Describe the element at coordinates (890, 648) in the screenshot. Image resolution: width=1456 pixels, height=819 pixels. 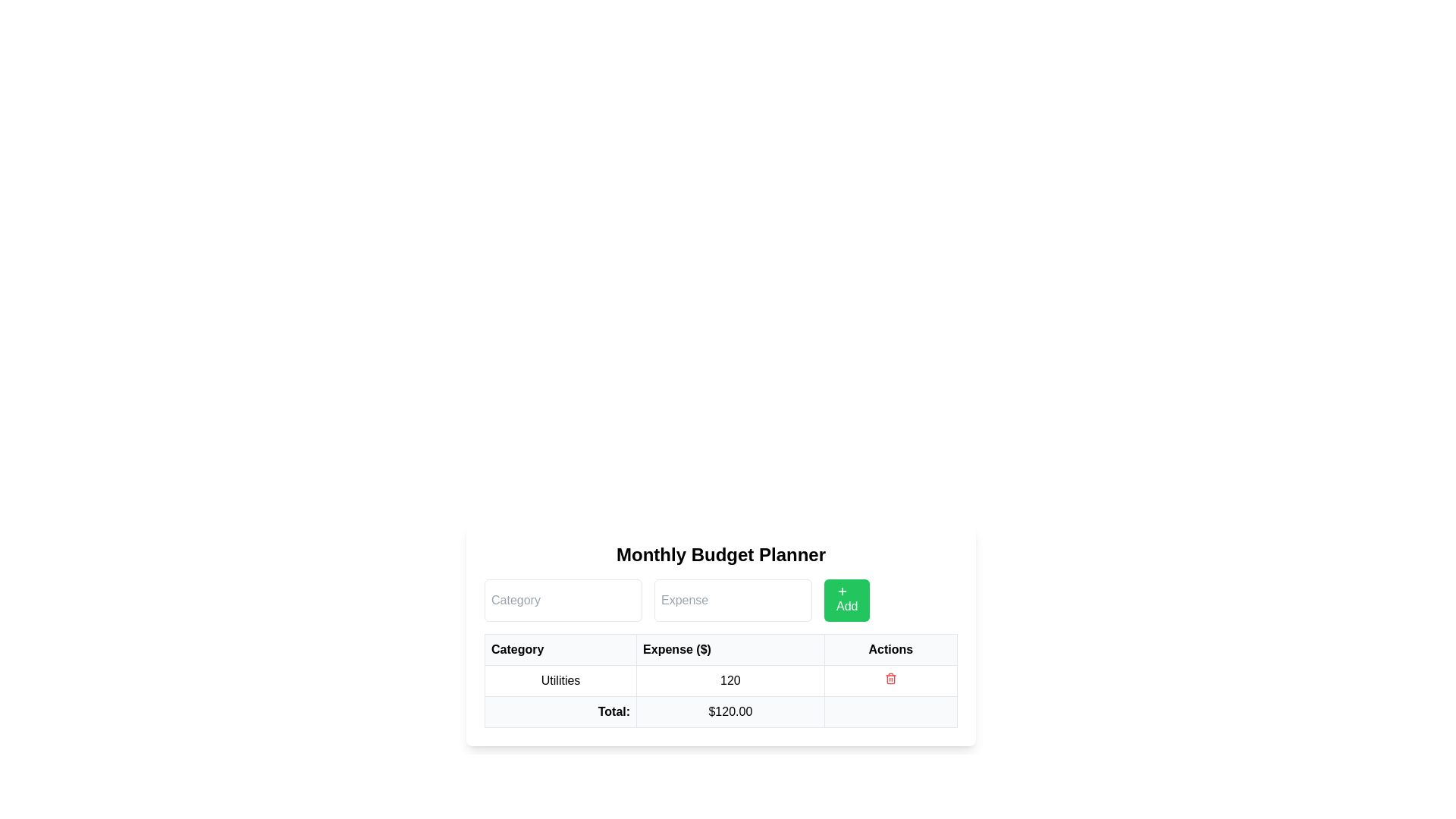
I see `the 'Actions' text label, which is a rectangular label with a white background and a thick black border, containing centered bold text in black` at that location.